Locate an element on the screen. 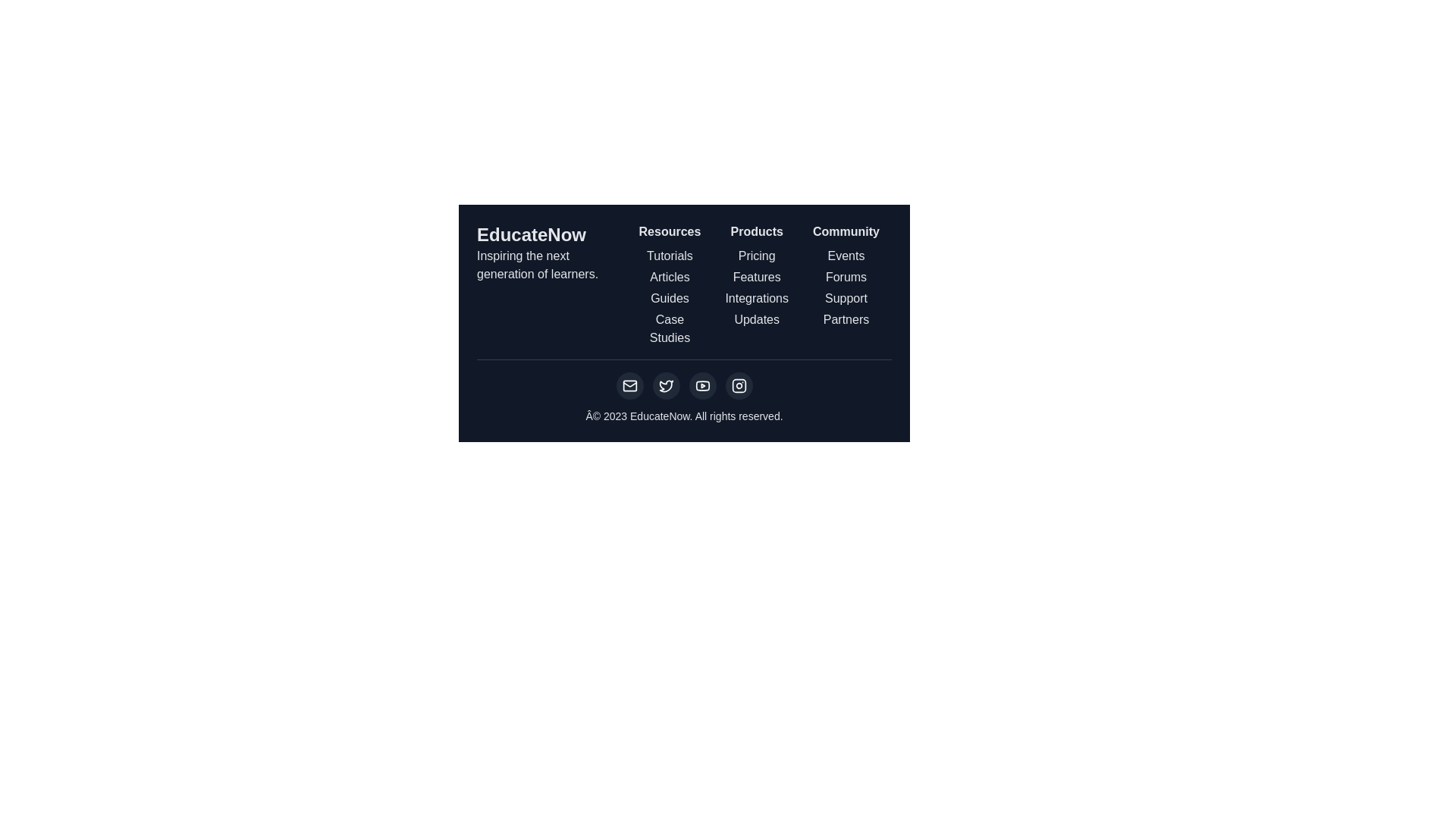 This screenshot has height=819, width=1456. the envelope icon button located at the bottom center of the footer is located at coordinates (629, 385).